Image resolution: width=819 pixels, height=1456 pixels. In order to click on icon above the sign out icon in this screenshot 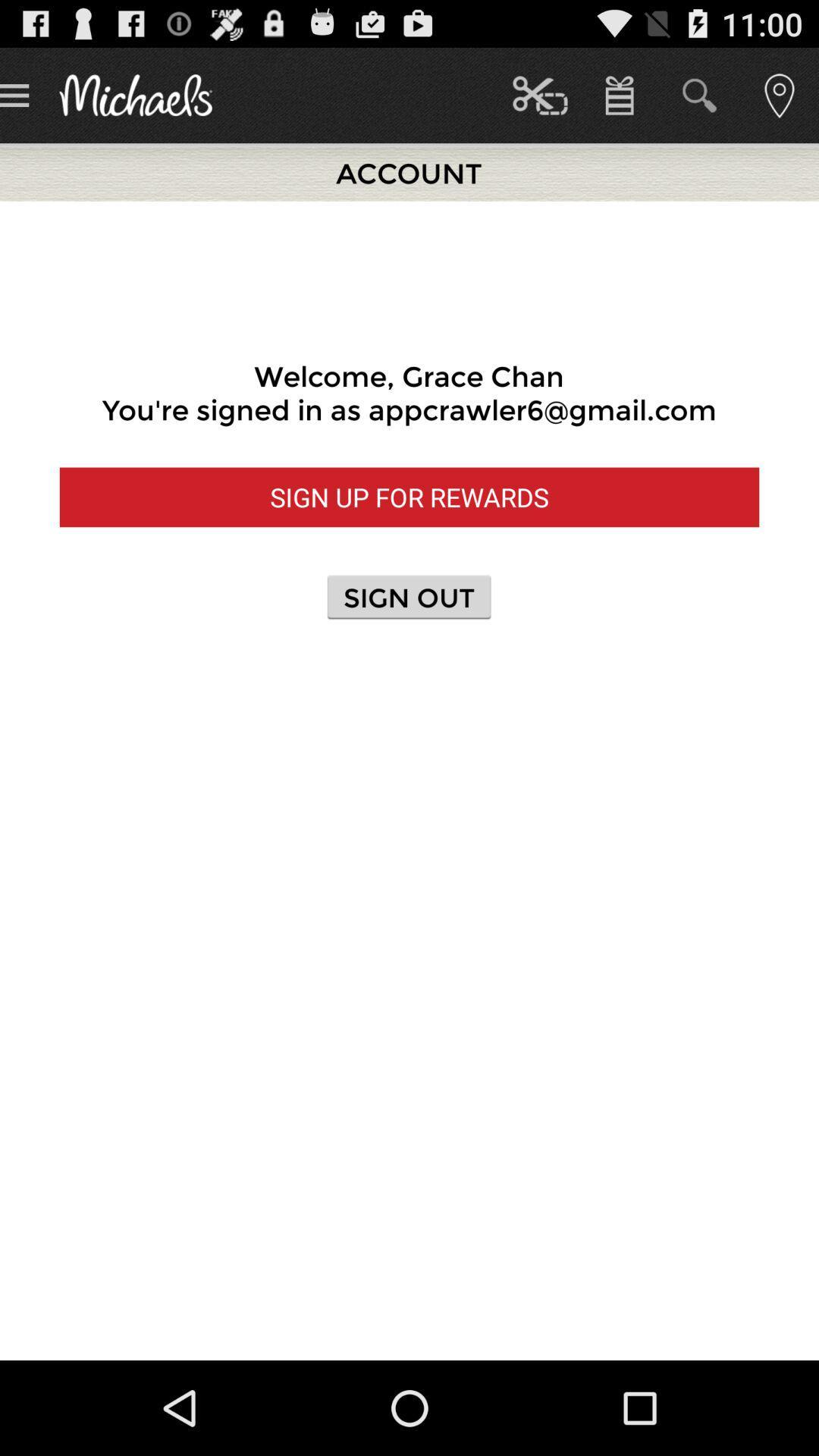, I will do `click(409, 497)`.